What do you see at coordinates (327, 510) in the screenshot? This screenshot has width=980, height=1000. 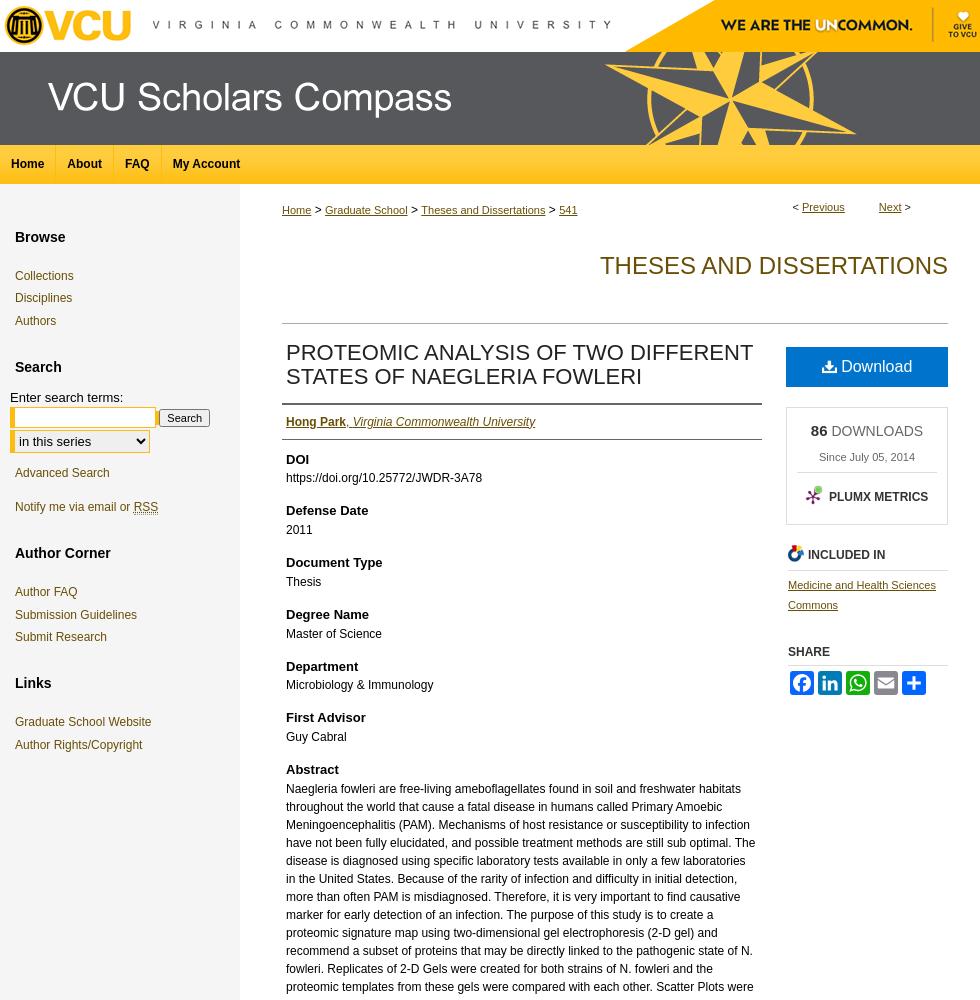 I see `'Defense Date'` at bounding box center [327, 510].